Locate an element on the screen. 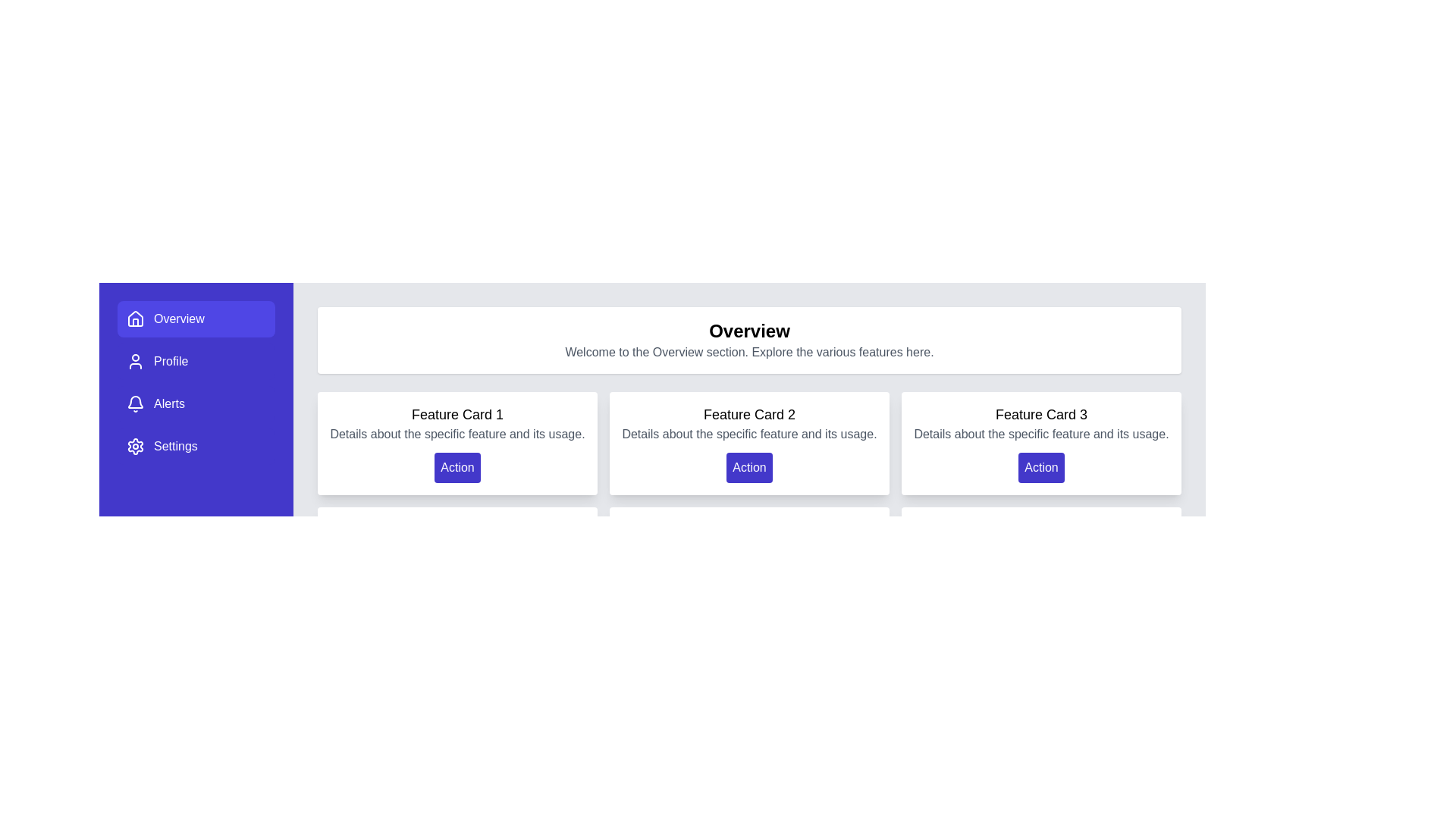  the icon located in the vertical navigation sidebar, specifically the fourth menu item labeled 'Settings' is located at coordinates (135, 446).